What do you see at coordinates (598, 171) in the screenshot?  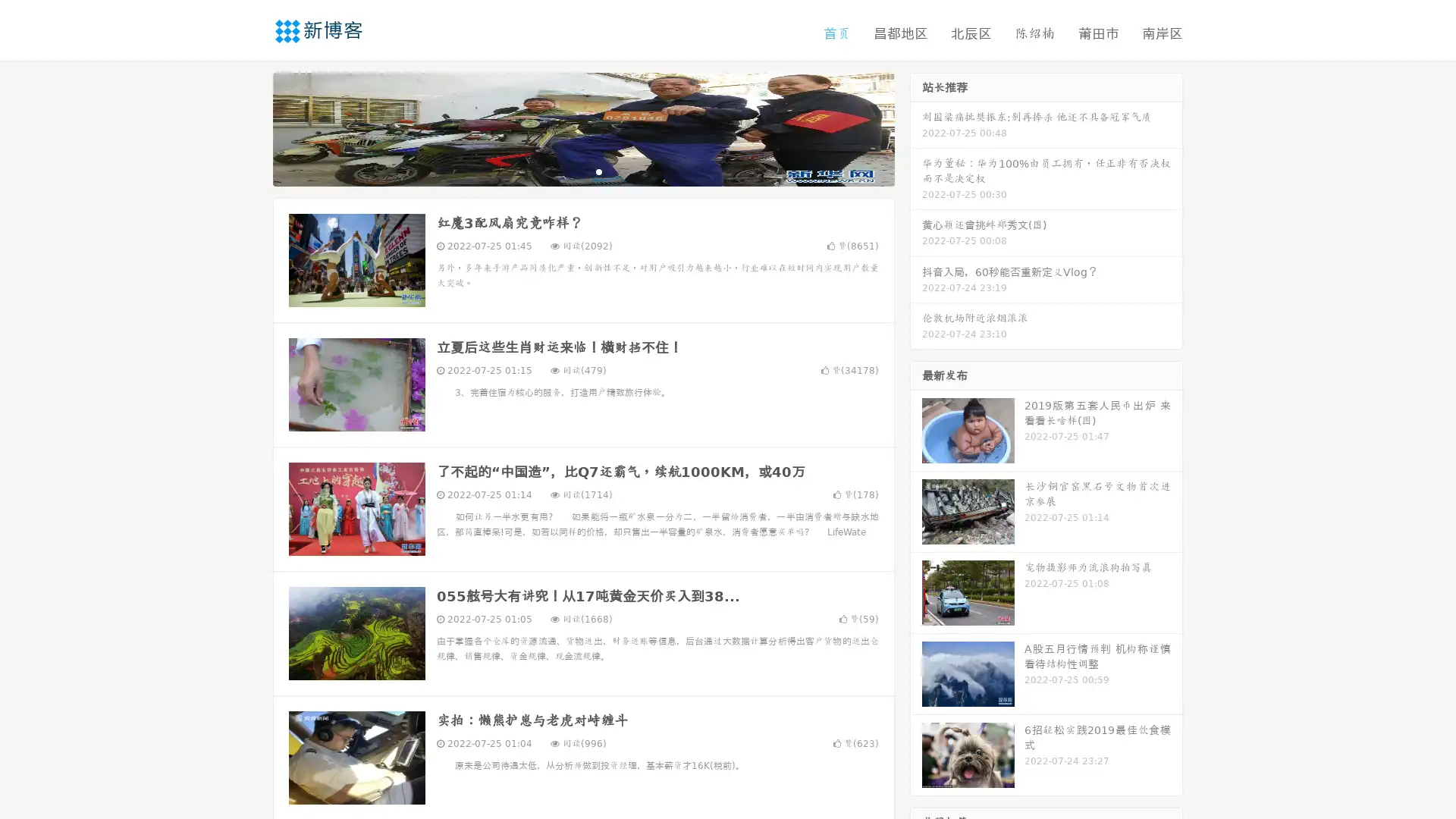 I see `Go to slide 3` at bounding box center [598, 171].